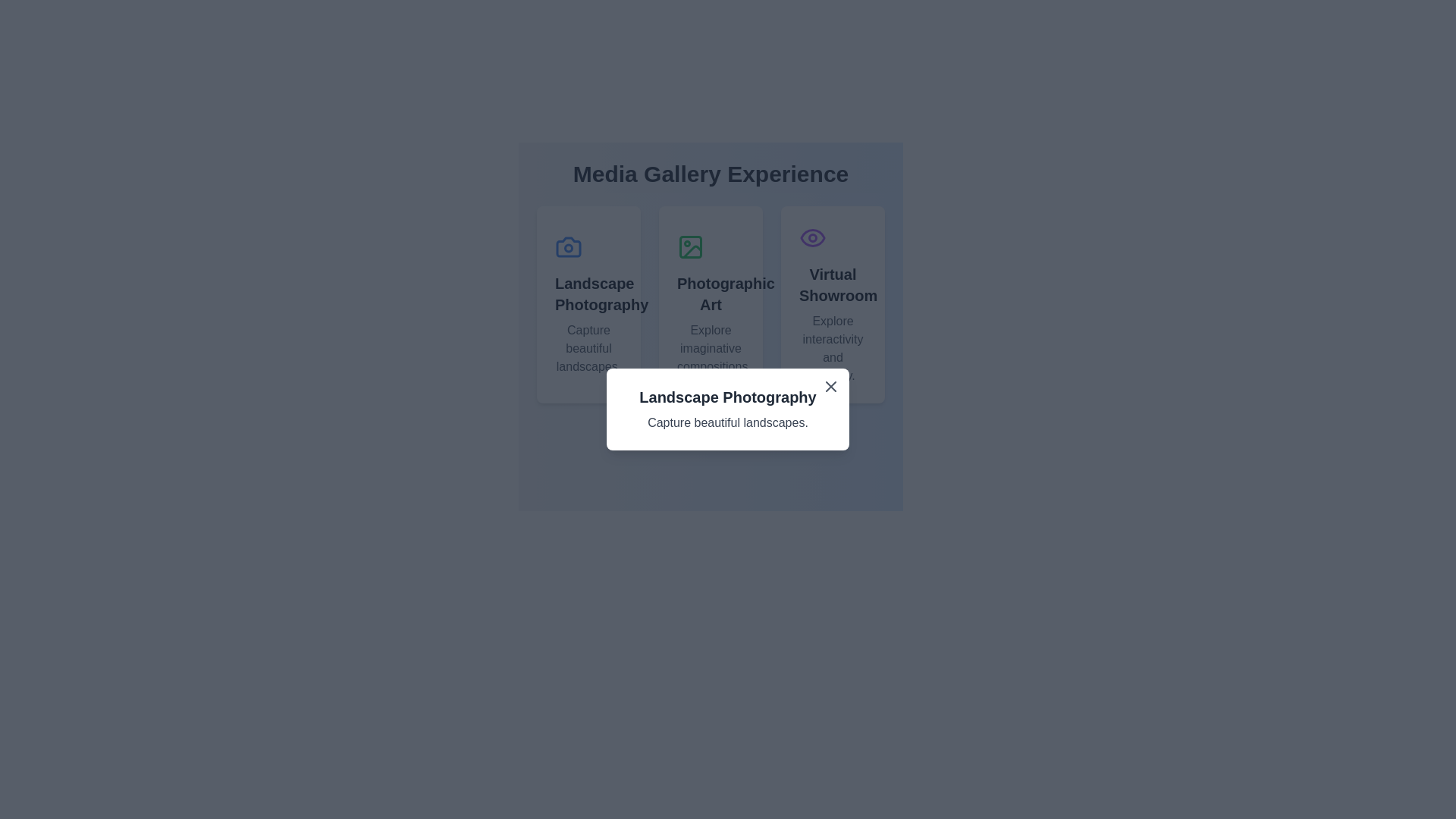  What do you see at coordinates (728, 409) in the screenshot?
I see `informative text content displayed on the 'Landscape Photography' Card component, which is the main focus element in the modal overlay` at bounding box center [728, 409].